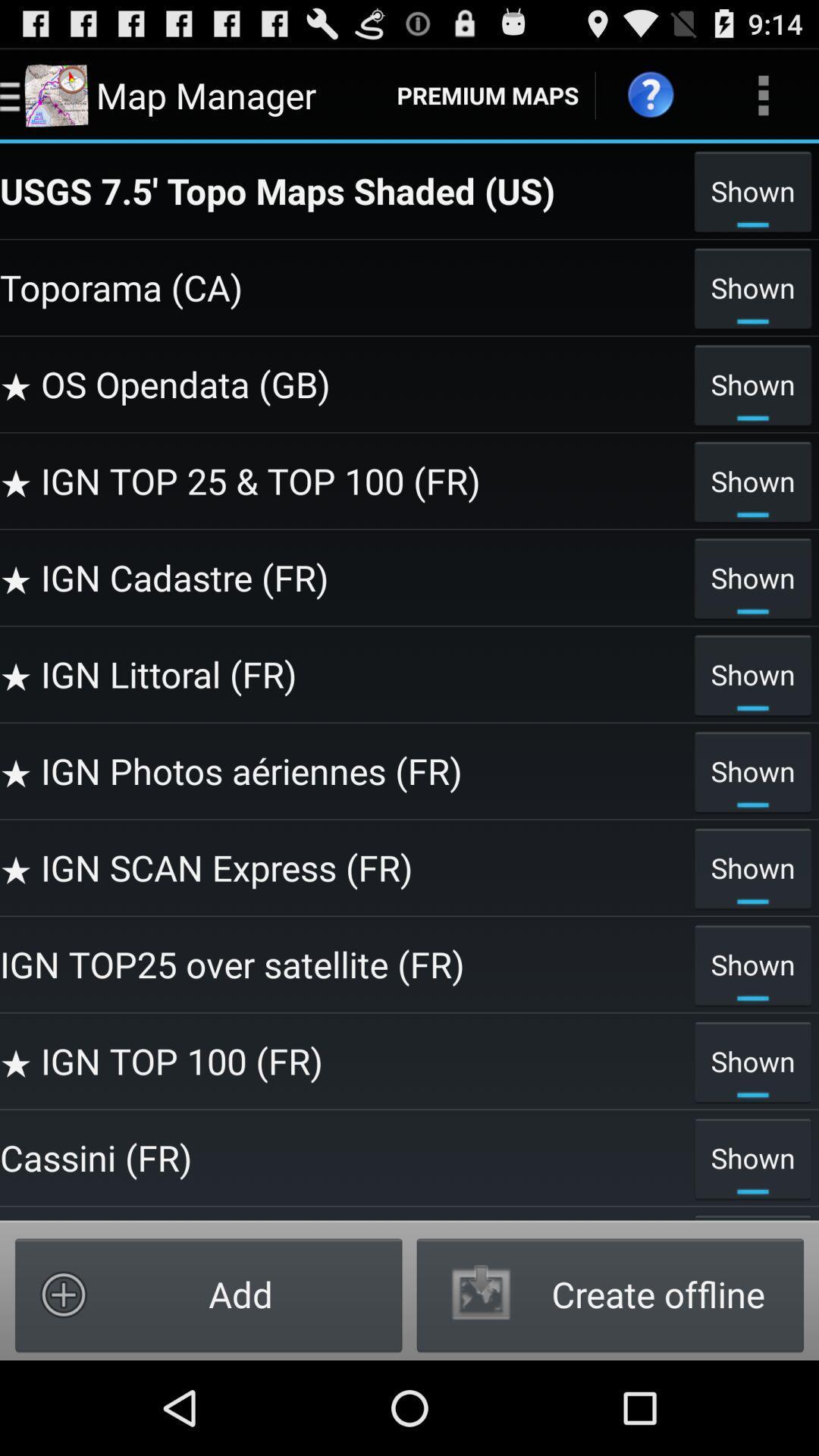  I want to click on icon next to the add item, so click(609, 1294).